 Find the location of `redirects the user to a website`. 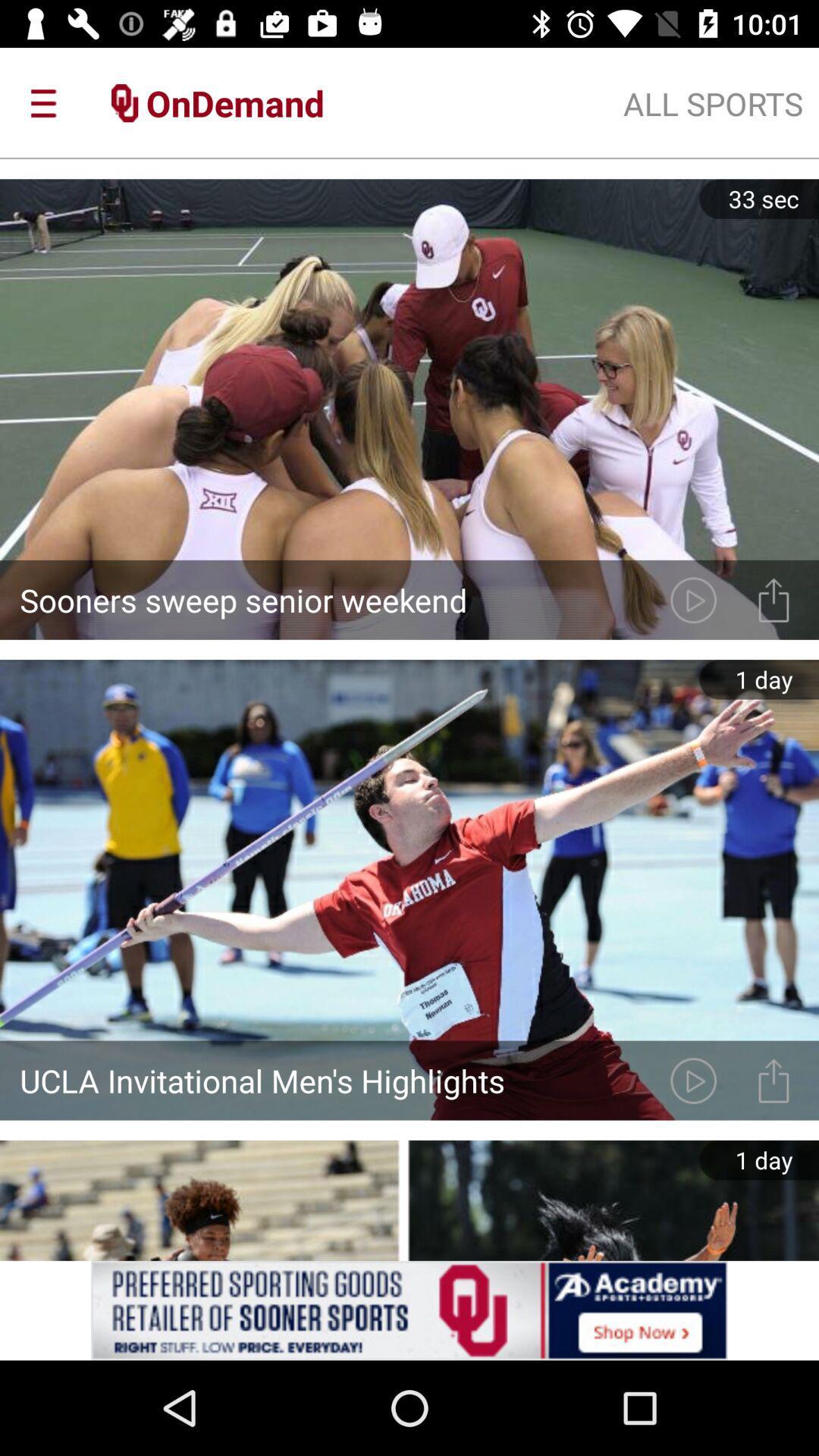

redirects the user to a website is located at coordinates (409, 1310).